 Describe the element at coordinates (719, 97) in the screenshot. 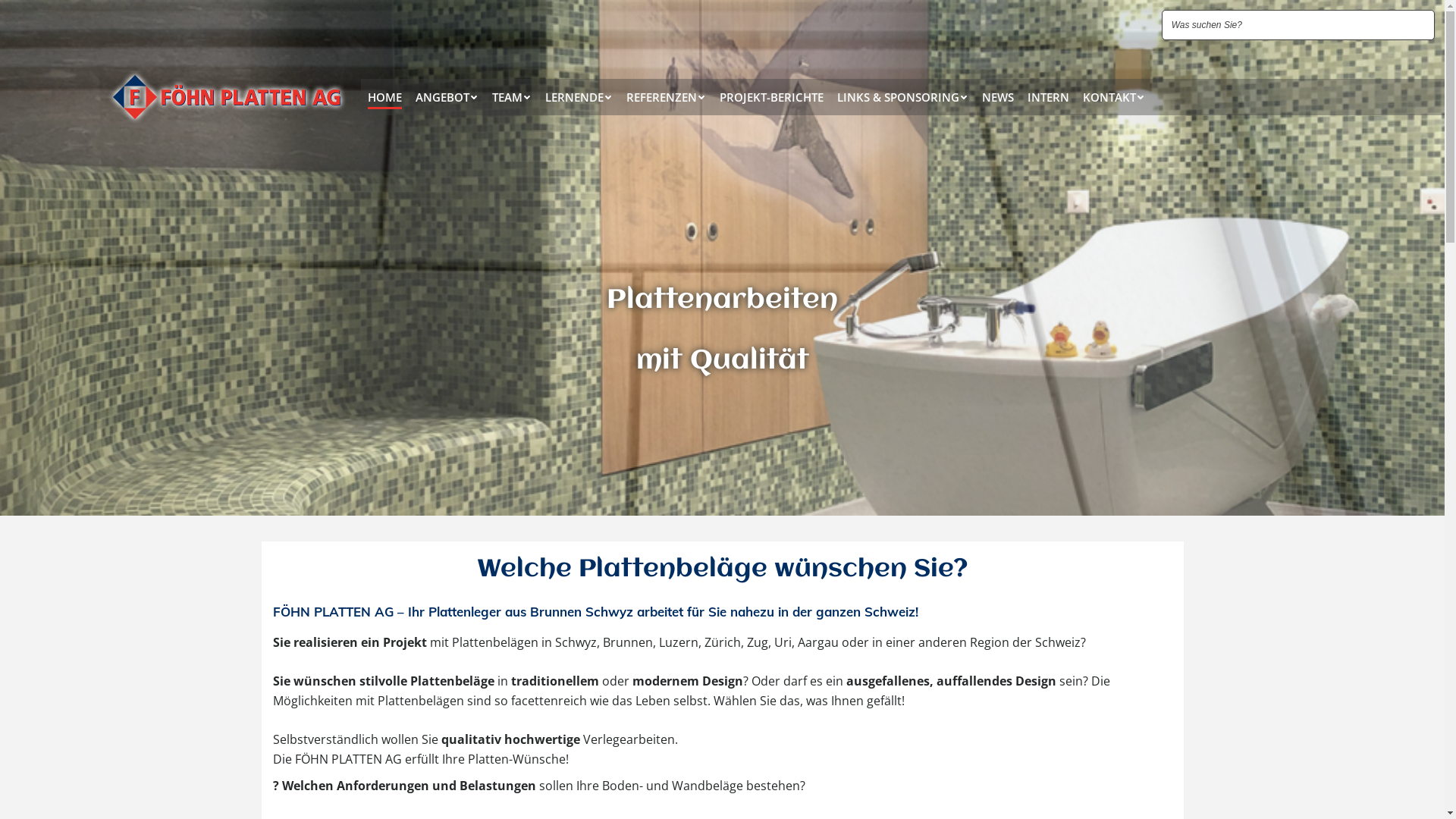

I see `'PROJEKT-BERICHTE'` at that location.